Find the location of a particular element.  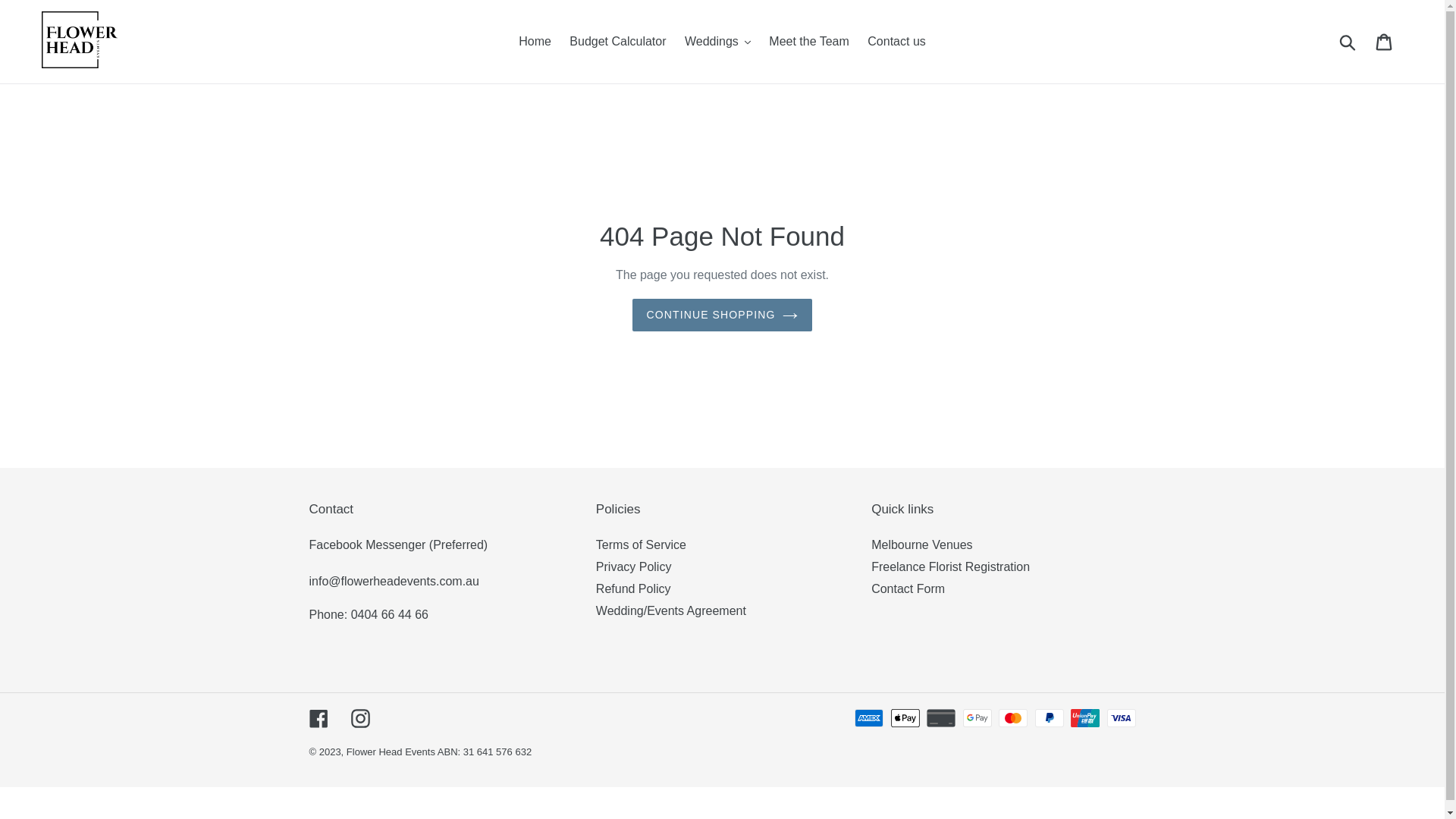

'Submit' is located at coordinates (1348, 40).